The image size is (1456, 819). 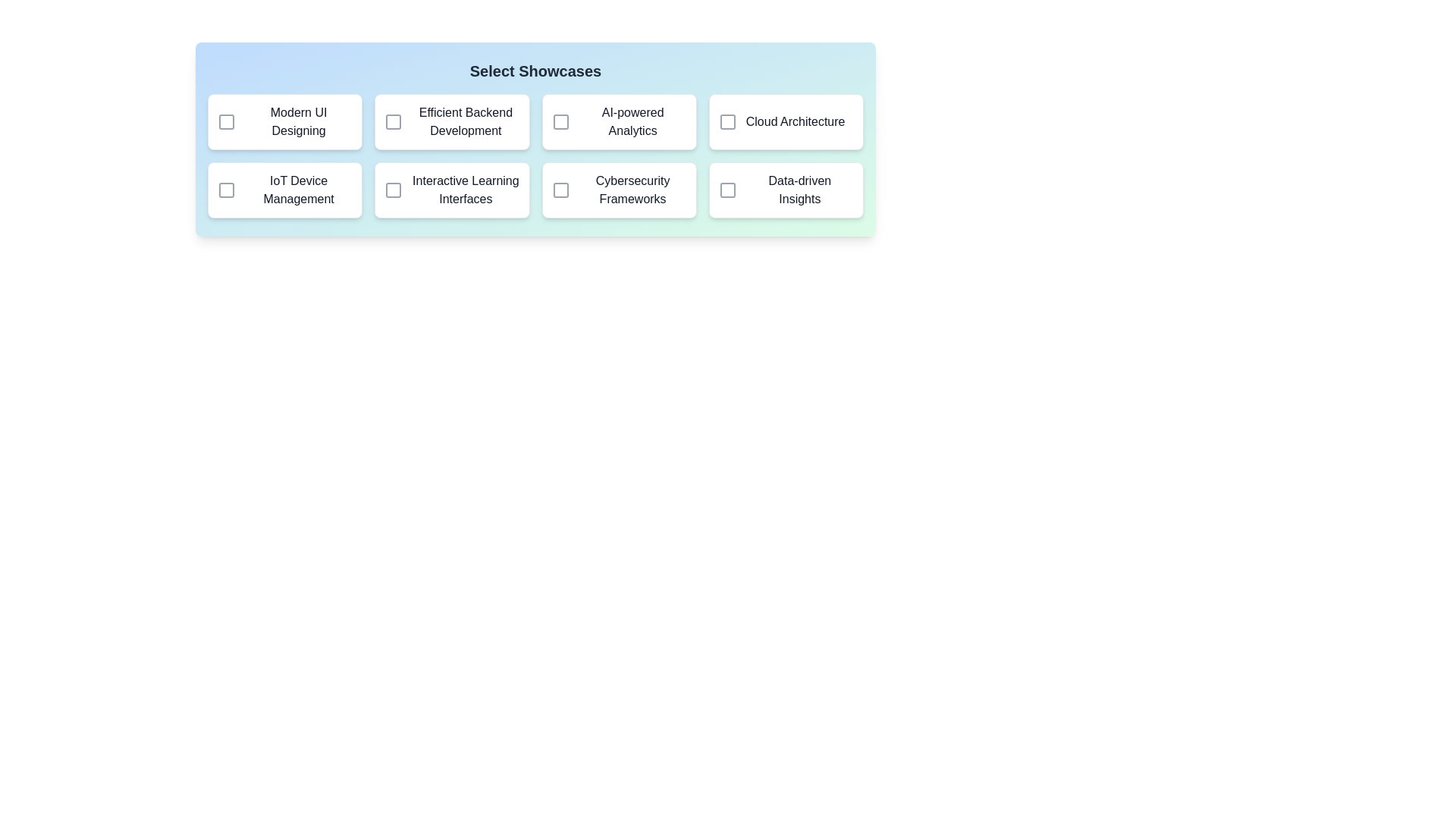 I want to click on the showcase corresponding to Interactive Learning Interfaces, so click(x=393, y=189).